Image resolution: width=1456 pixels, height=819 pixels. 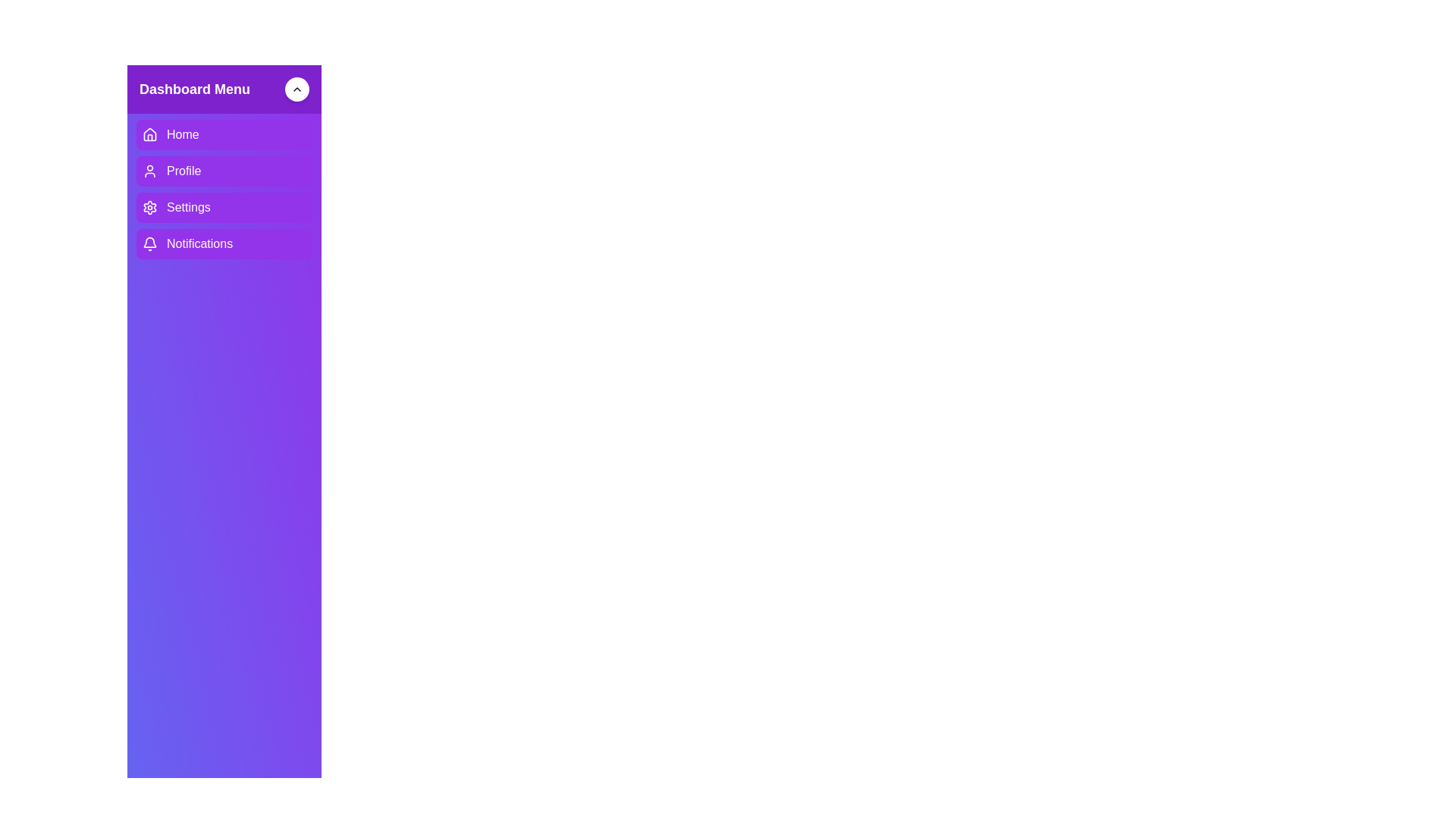 I want to click on the 'Home' text label, which is styled in bold white font on a purple background, located in the sidebar navigation pane as the first menu item, so click(x=182, y=133).